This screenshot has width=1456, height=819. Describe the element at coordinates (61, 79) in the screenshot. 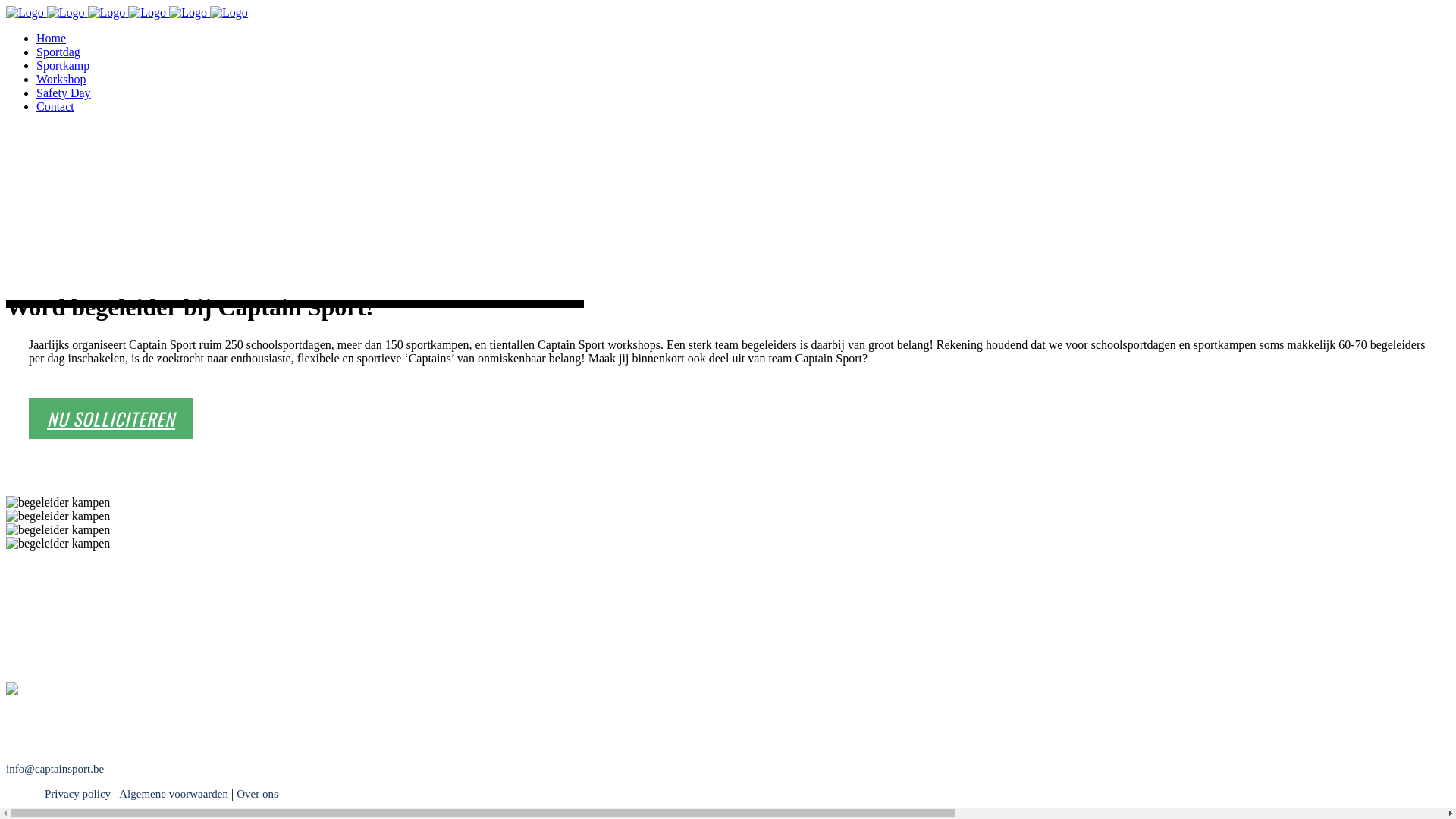

I see `'Workshop'` at that location.